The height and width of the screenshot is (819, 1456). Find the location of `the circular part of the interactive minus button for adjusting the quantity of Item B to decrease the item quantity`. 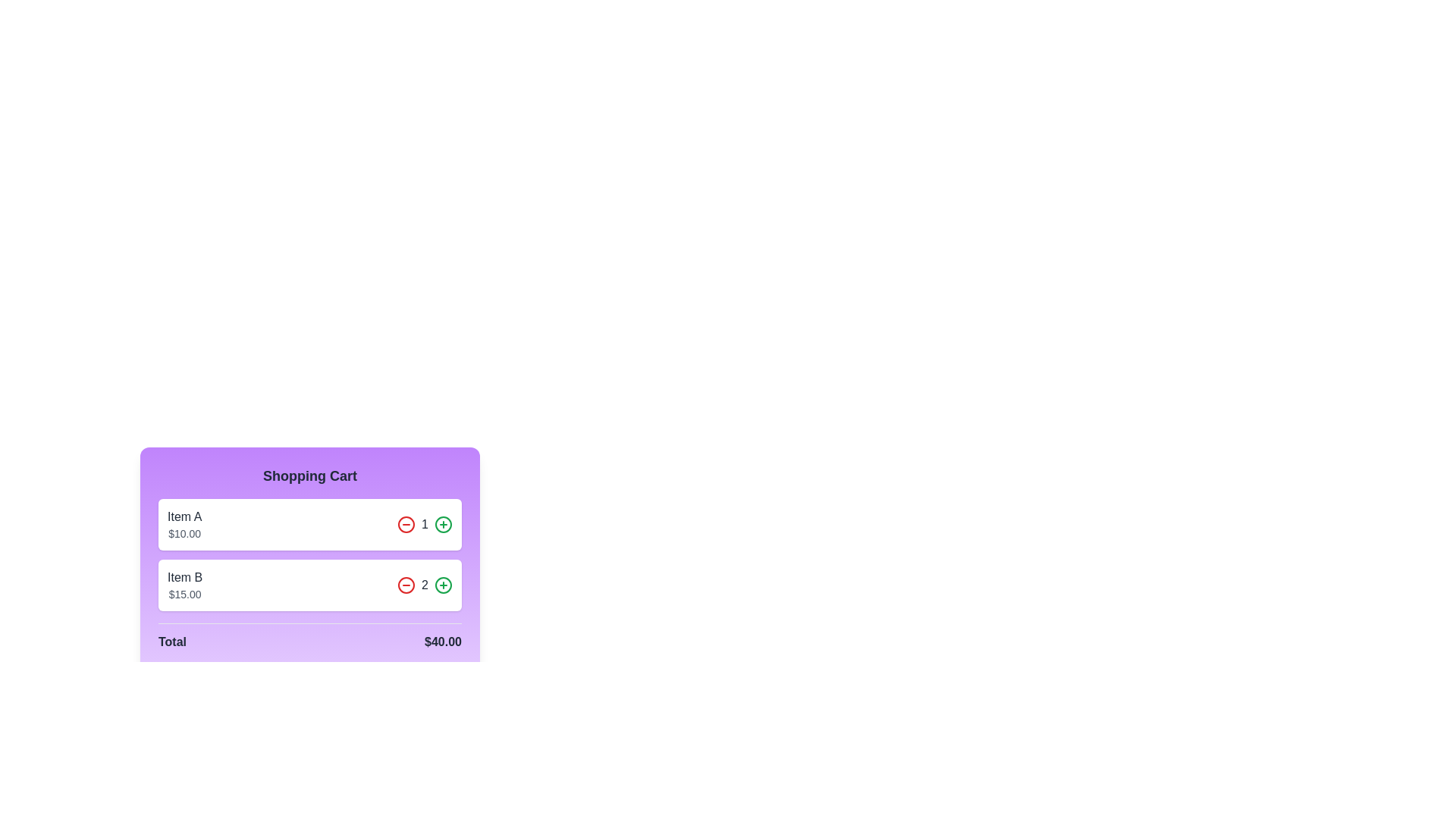

the circular part of the interactive minus button for adjusting the quantity of Item B to decrease the item quantity is located at coordinates (406, 584).